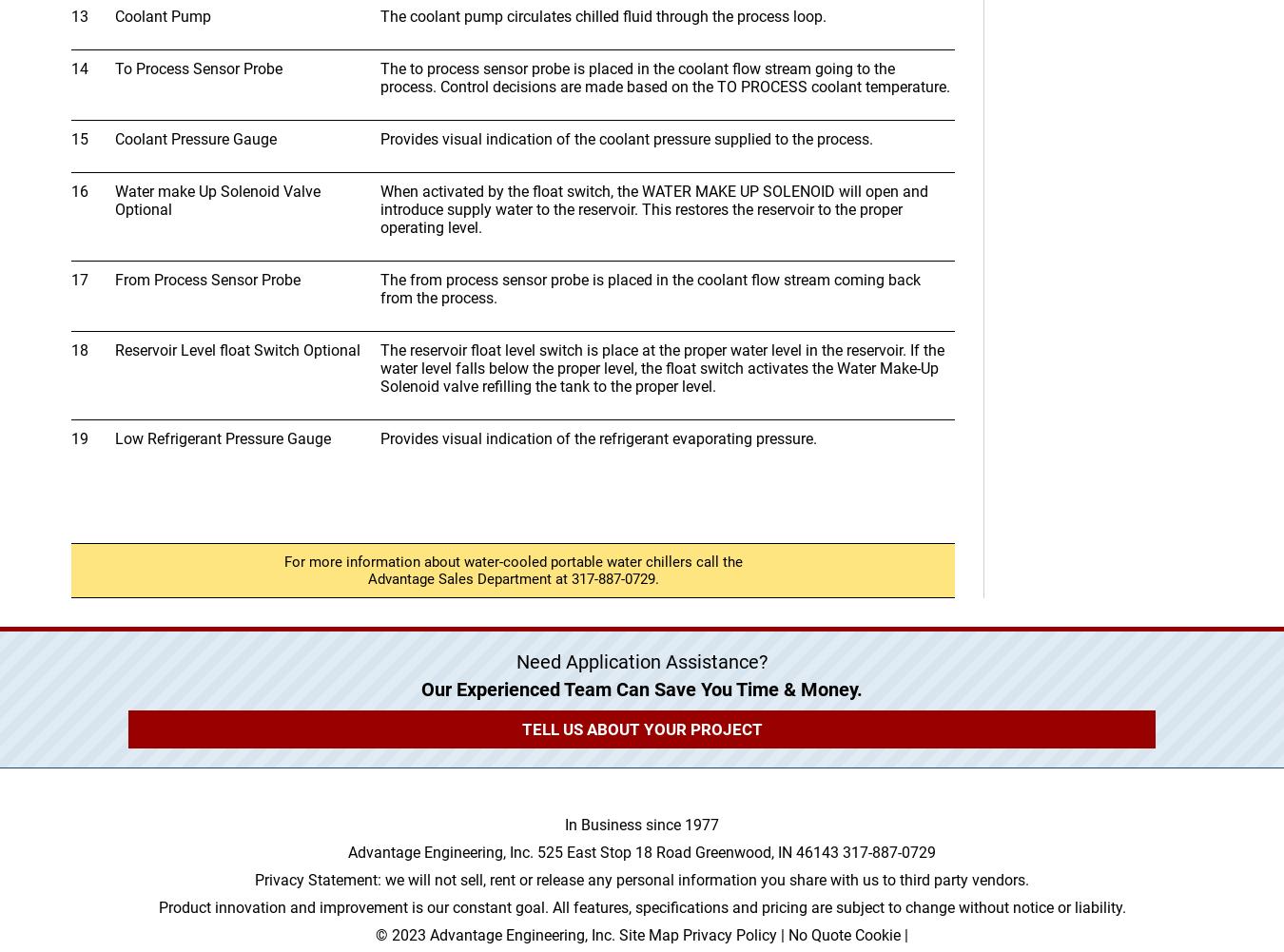 This screenshot has height=952, width=1284. What do you see at coordinates (198, 68) in the screenshot?
I see `'To Process Sensor Probe'` at bounding box center [198, 68].